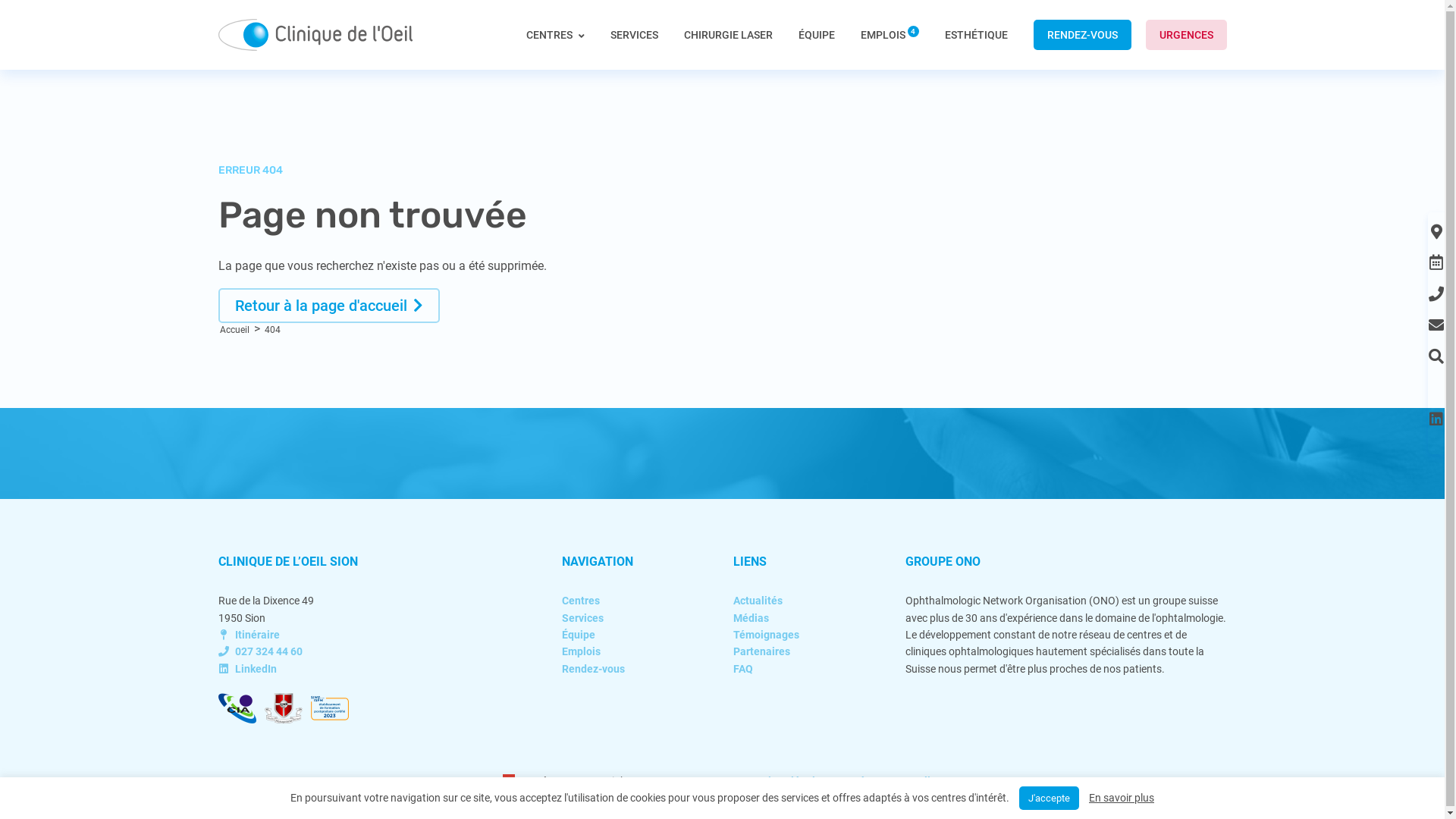 The height and width of the screenshot is (819, 1456). What do you see at coordinates (1081, 34) in the screenshot?
I see `'RENDEZ-VOUS'` at bounding box center [1081, 34].